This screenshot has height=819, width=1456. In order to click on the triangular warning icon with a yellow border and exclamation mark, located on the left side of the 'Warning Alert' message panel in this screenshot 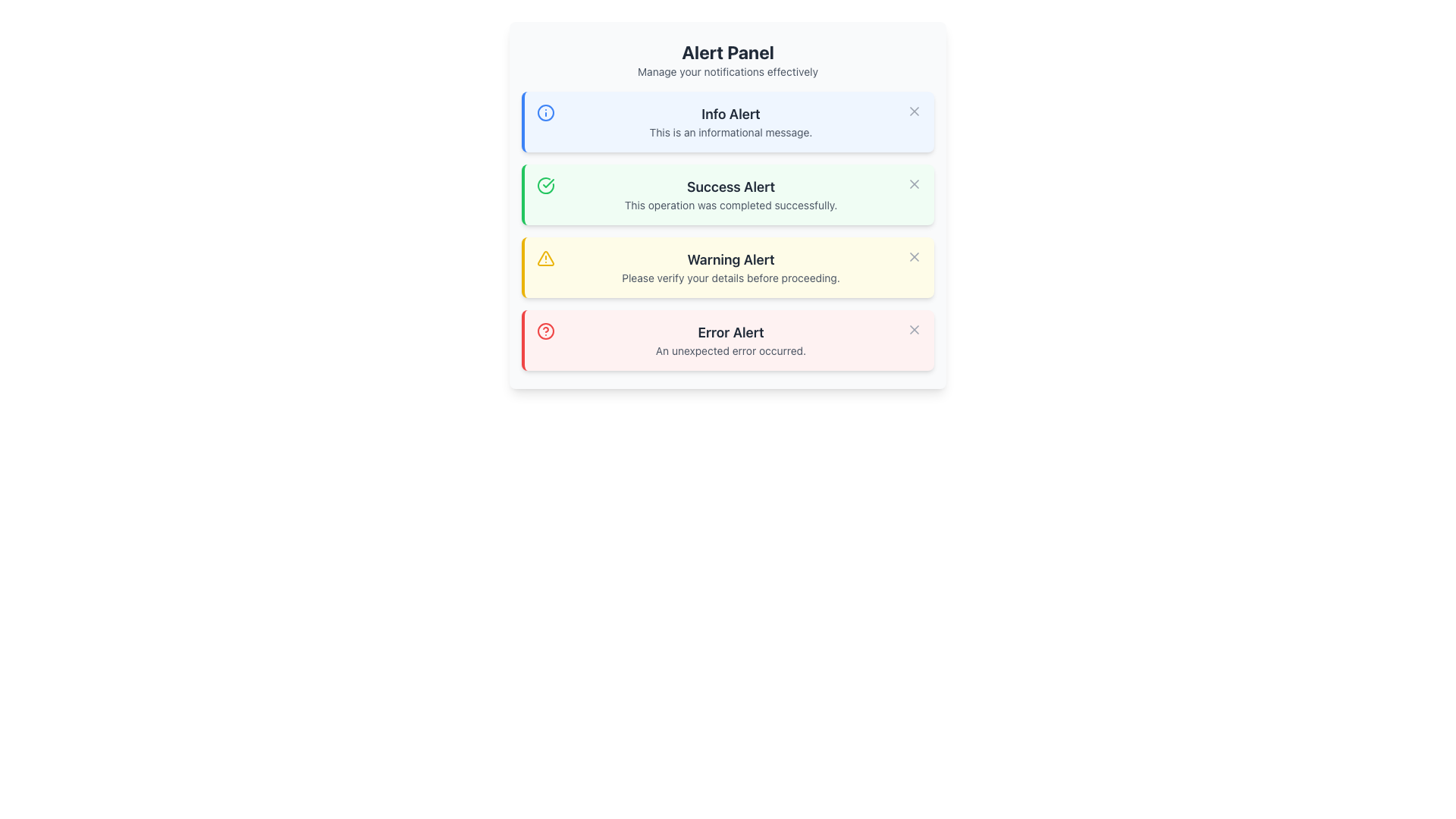, I will do `click(546, 257)`.